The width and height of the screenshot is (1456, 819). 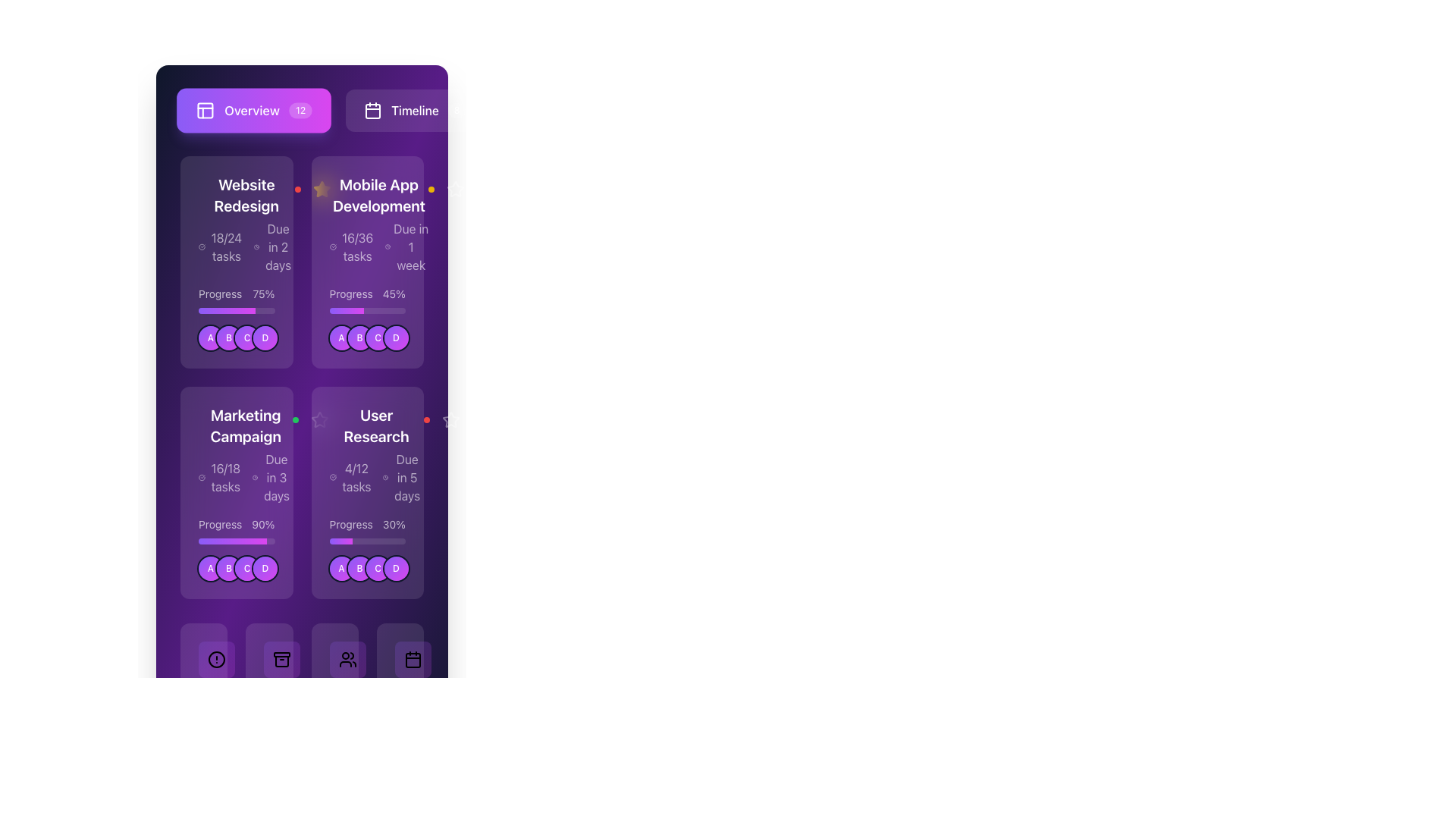 I want to click on the progress indicator for the 'Mobile App Development' card, which visually conveys task progress with a percentage and a stylized progress bar, located in the second column of the first row of the grid layout, so click(x=367, y=300).